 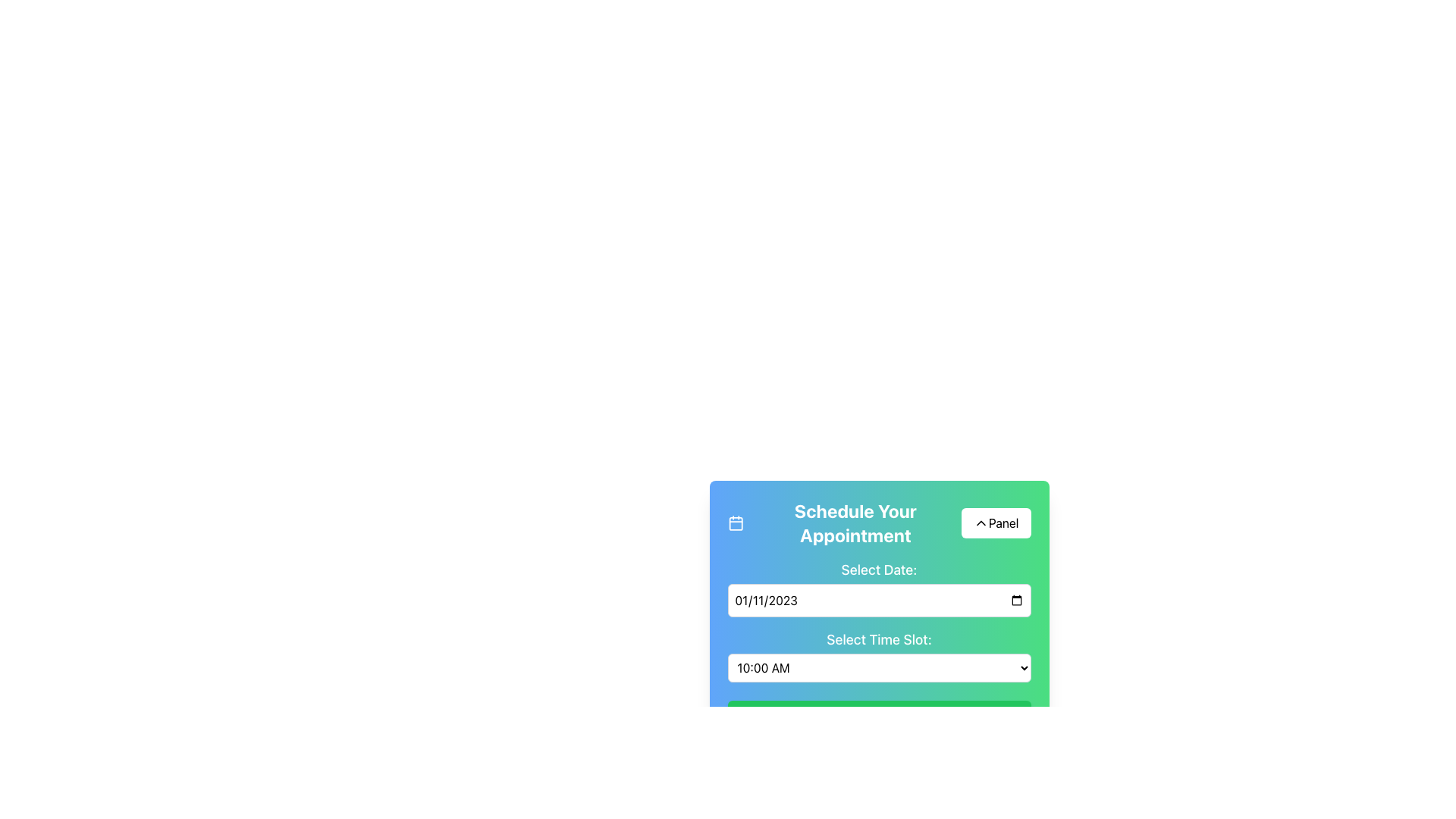 What do you see at coordinates (736, 522) in the screenshot?
I see `the decorative icon located to the left of the text 'Schedule Your Appointment', which indicates the calendaring functionality of its section` at bounding box center [736, 522].